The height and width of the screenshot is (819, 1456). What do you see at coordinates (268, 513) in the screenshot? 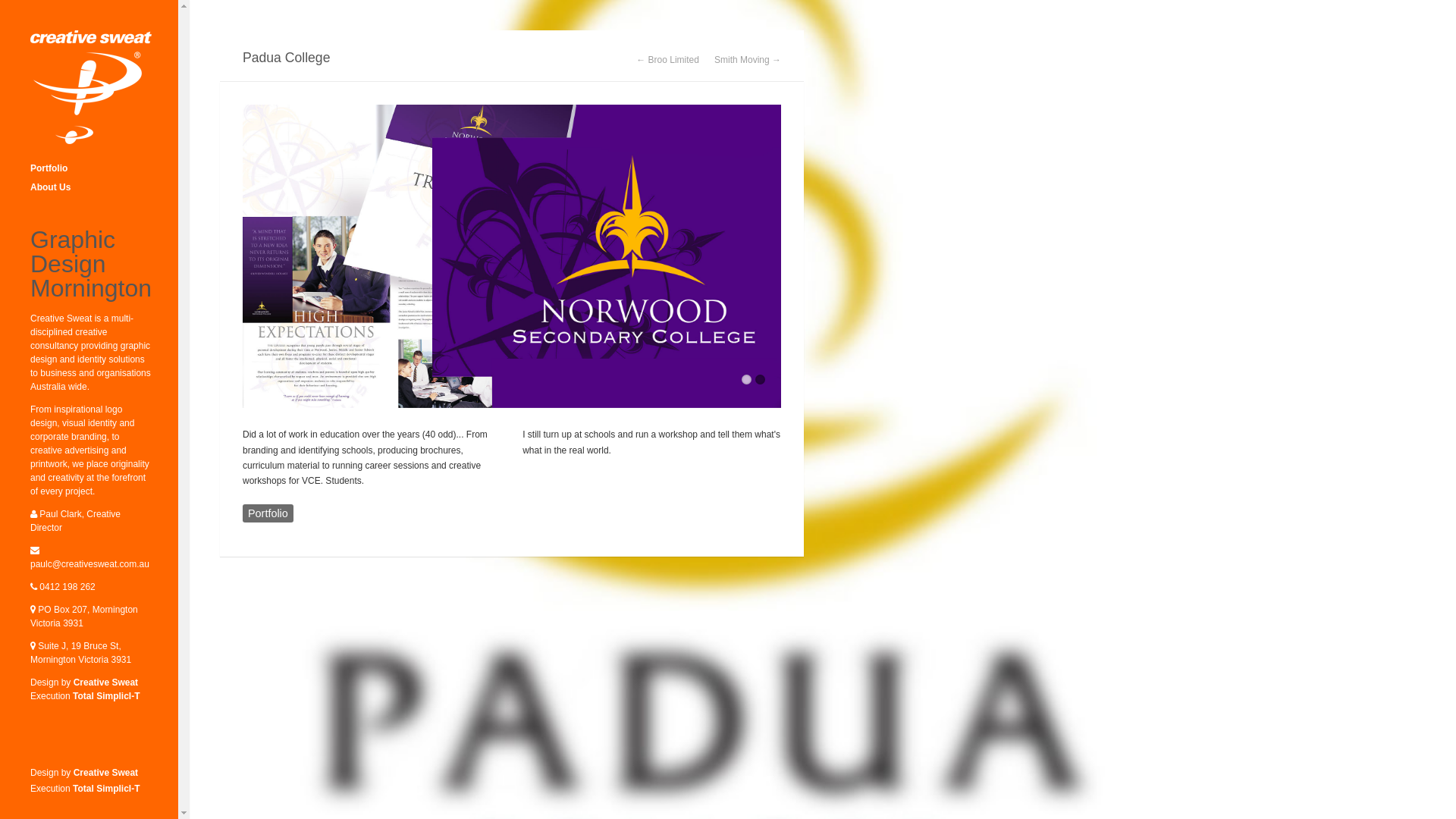
I see `'Portfolio'` at bounding box center [268, 513].